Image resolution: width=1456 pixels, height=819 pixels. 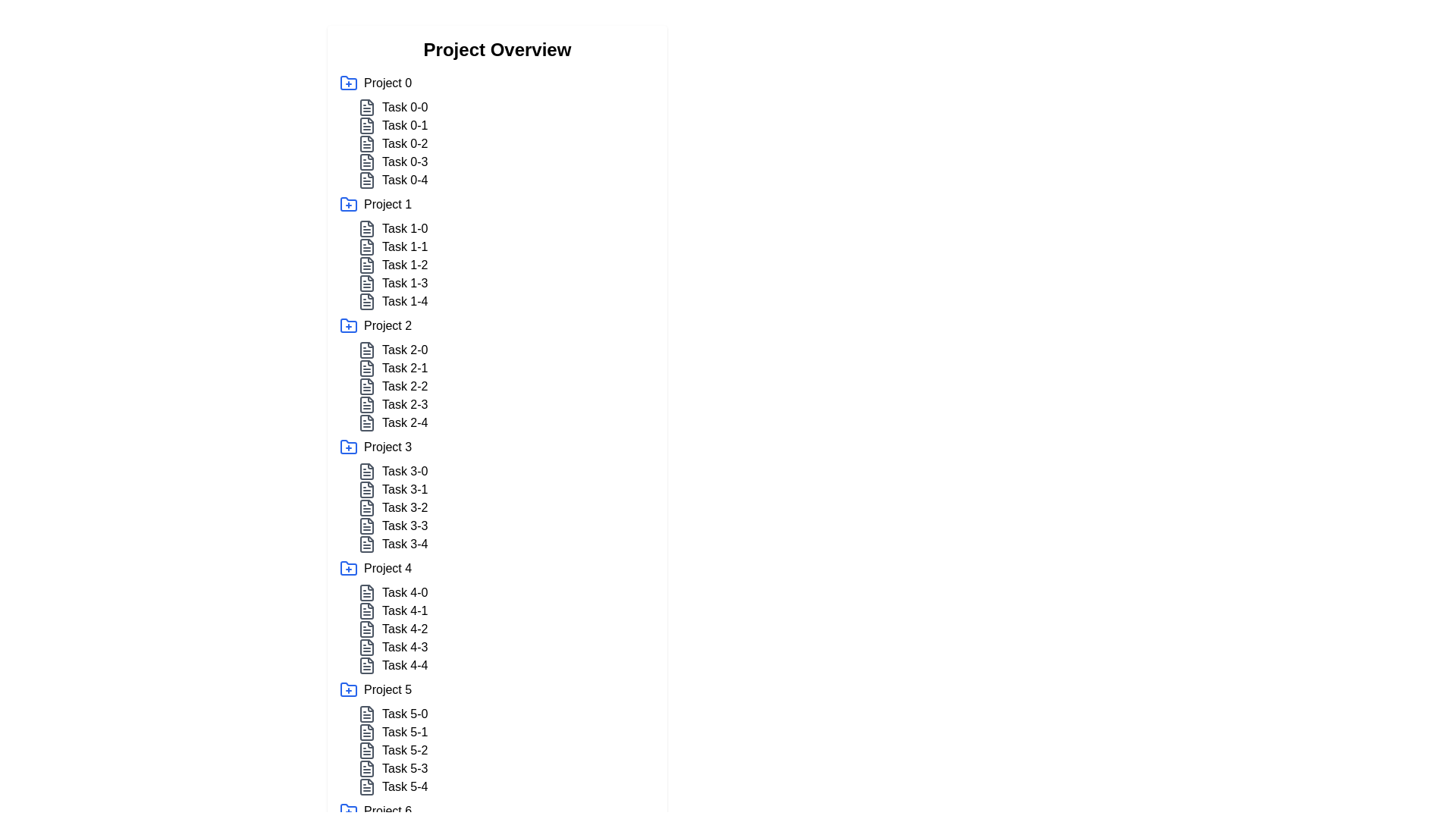 What do you see at coordinates (367, 124) in the screenshot?
I see `the document icon, which is the second icon under the 'Project 0' category, featuring a rectangular shape with a dog-eared top right corner` at bounding box center [367, 124].